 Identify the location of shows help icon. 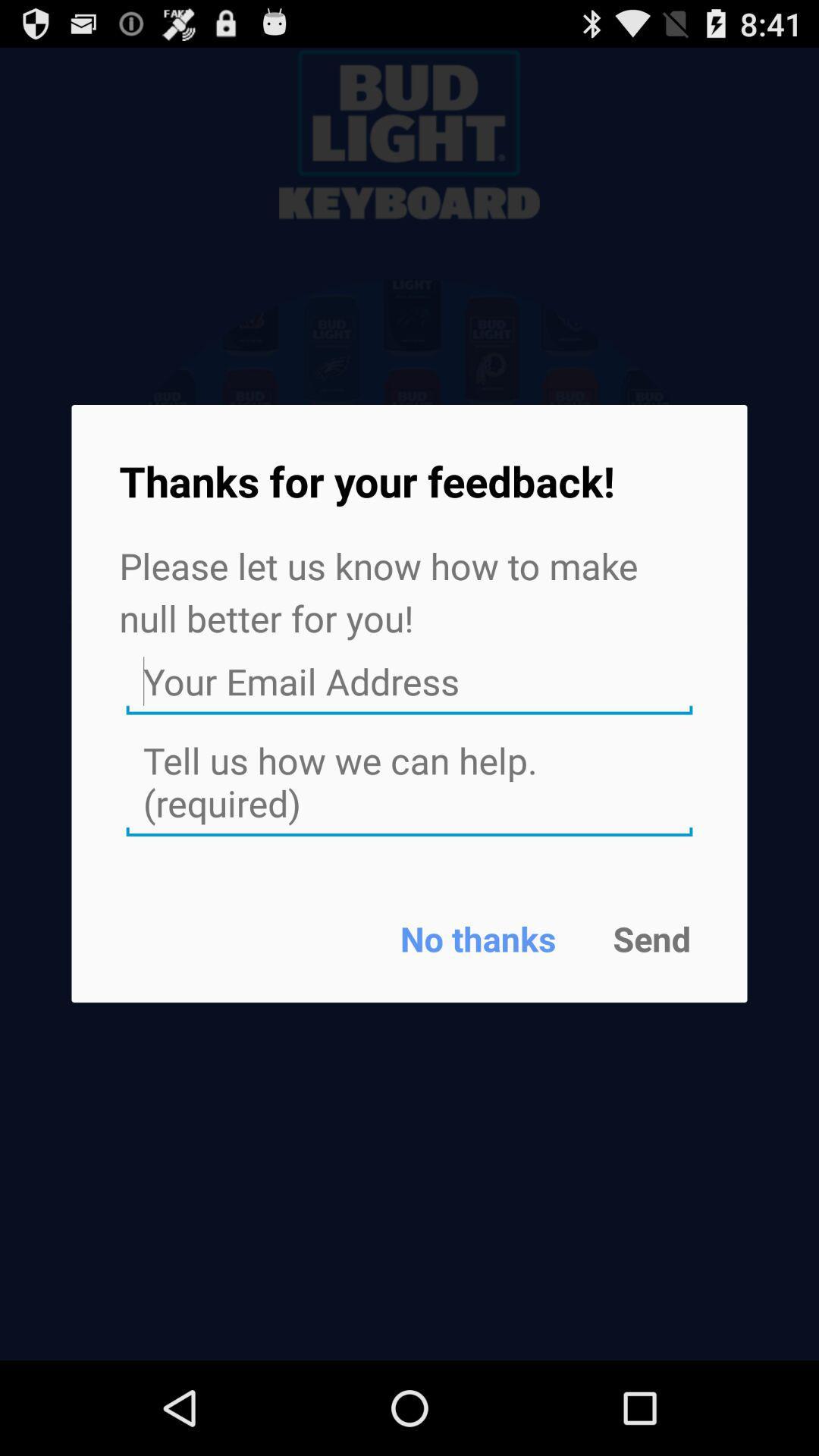
(409, 783).